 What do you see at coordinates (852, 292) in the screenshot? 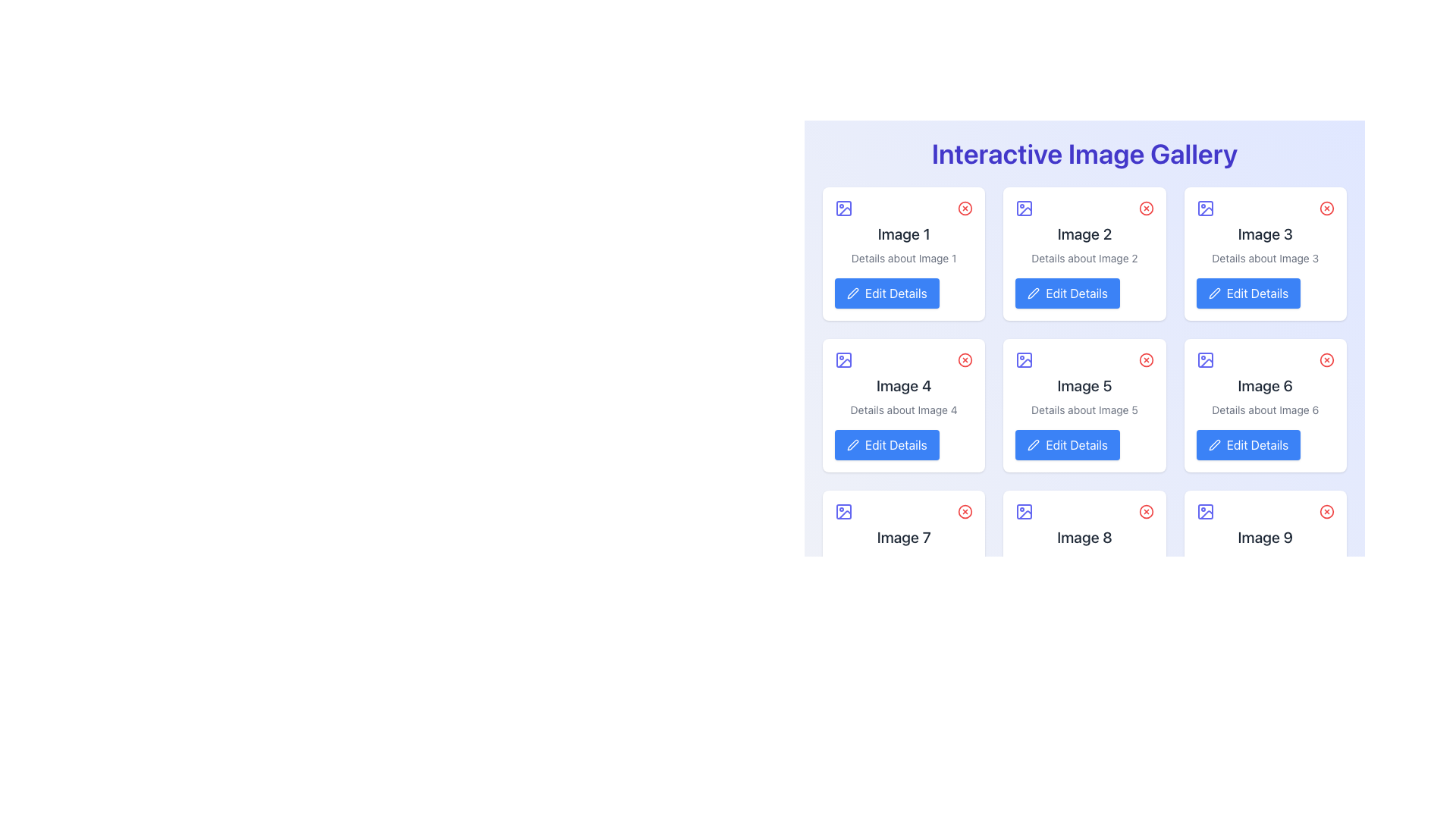
I see `the pen-shaped icon inside the SVG, which is located at the top-left corner of the 'Edit Details' button` at bounding box center [852, 292].